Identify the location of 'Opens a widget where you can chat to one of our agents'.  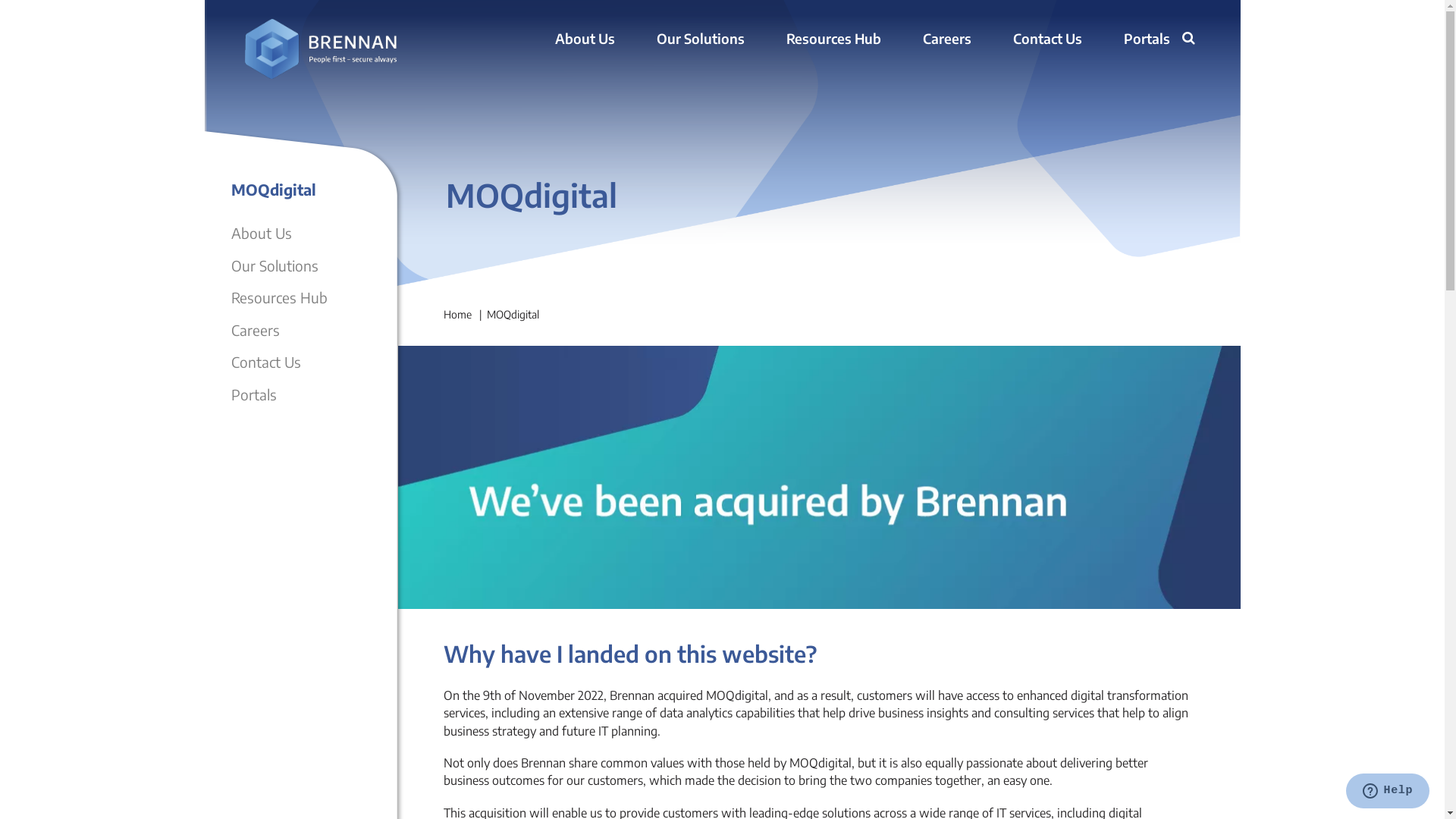
(1387, 792).